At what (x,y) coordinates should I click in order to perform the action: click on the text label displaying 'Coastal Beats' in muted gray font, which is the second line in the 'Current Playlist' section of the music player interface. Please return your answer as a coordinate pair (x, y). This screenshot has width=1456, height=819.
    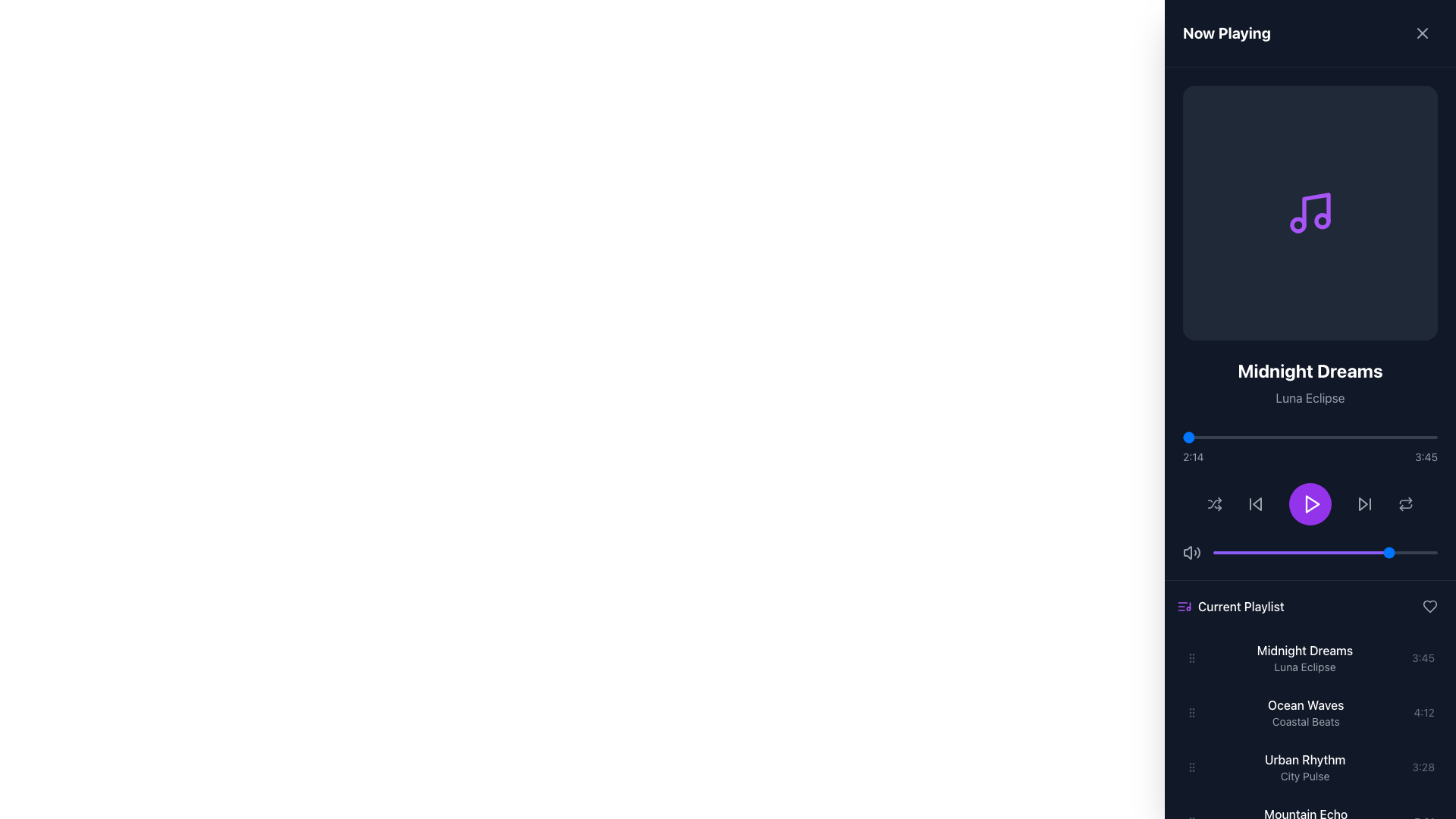
    Looking at the image, I should click on (1305, 721).